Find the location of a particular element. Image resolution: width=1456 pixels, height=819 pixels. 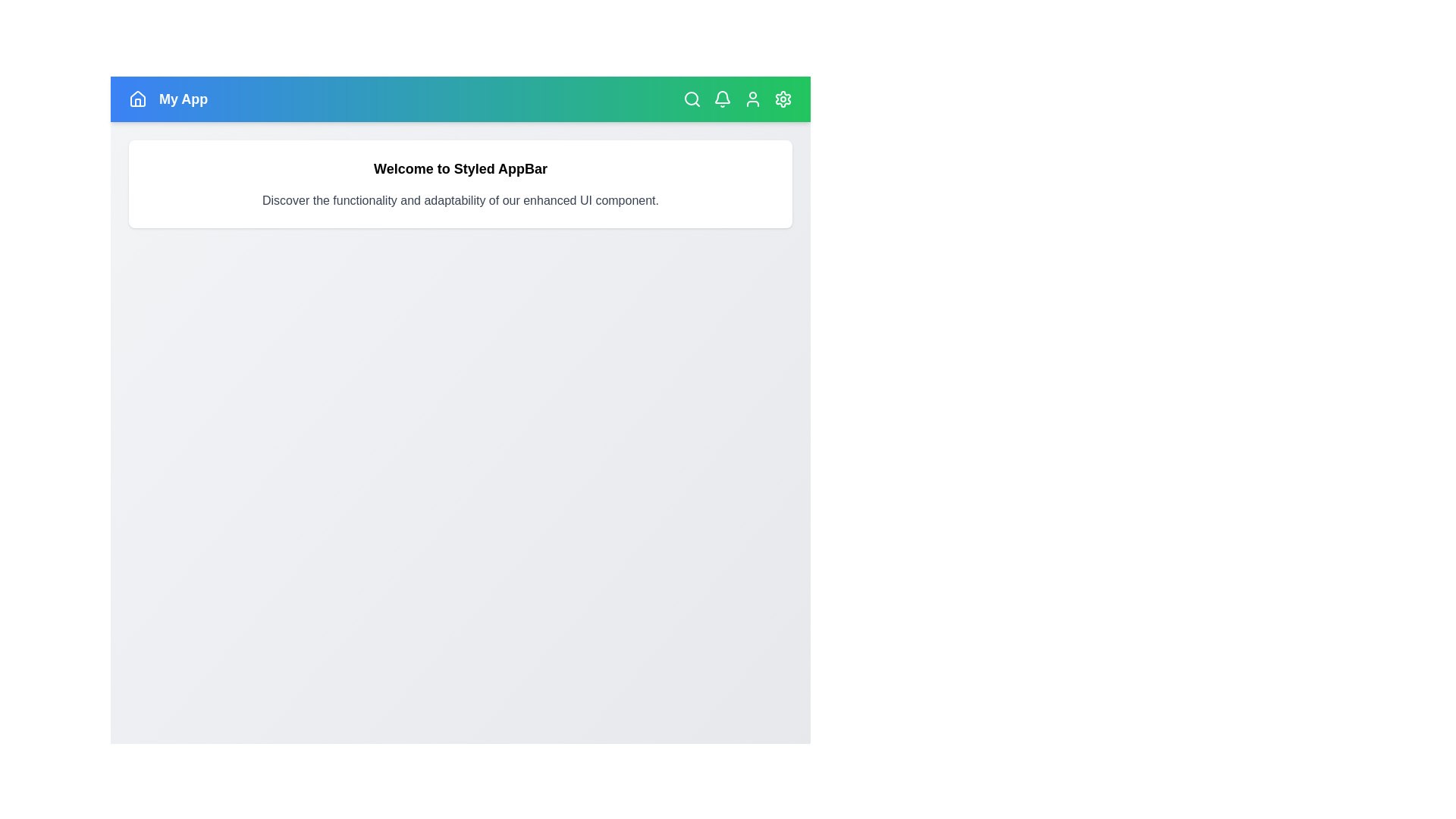

the navigation icon corresponding to Settings is located at coordinates (783, 99).